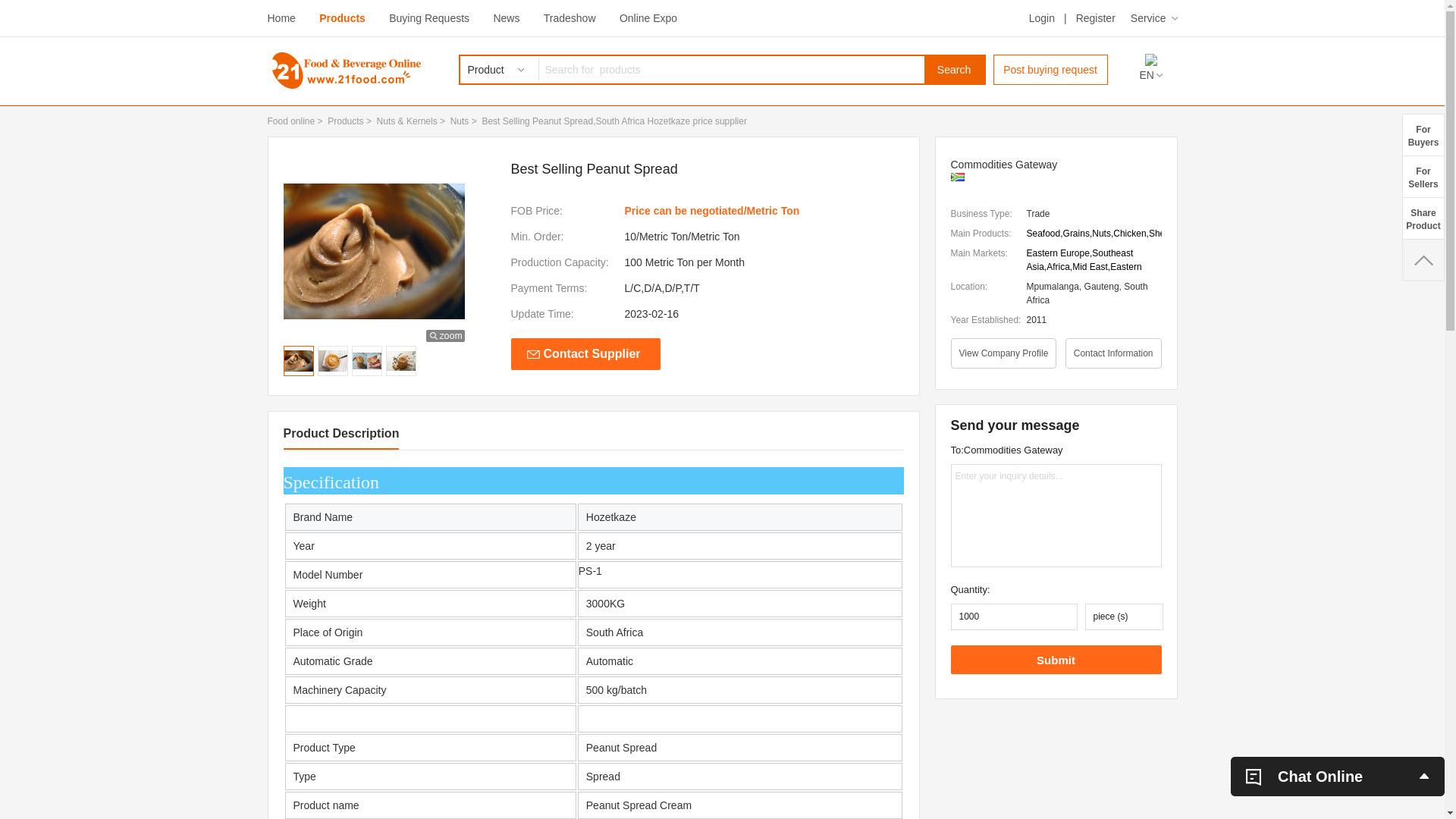 This screenshot has height=819, width=1456. I want to click on 'Service', so click(1131, 17).